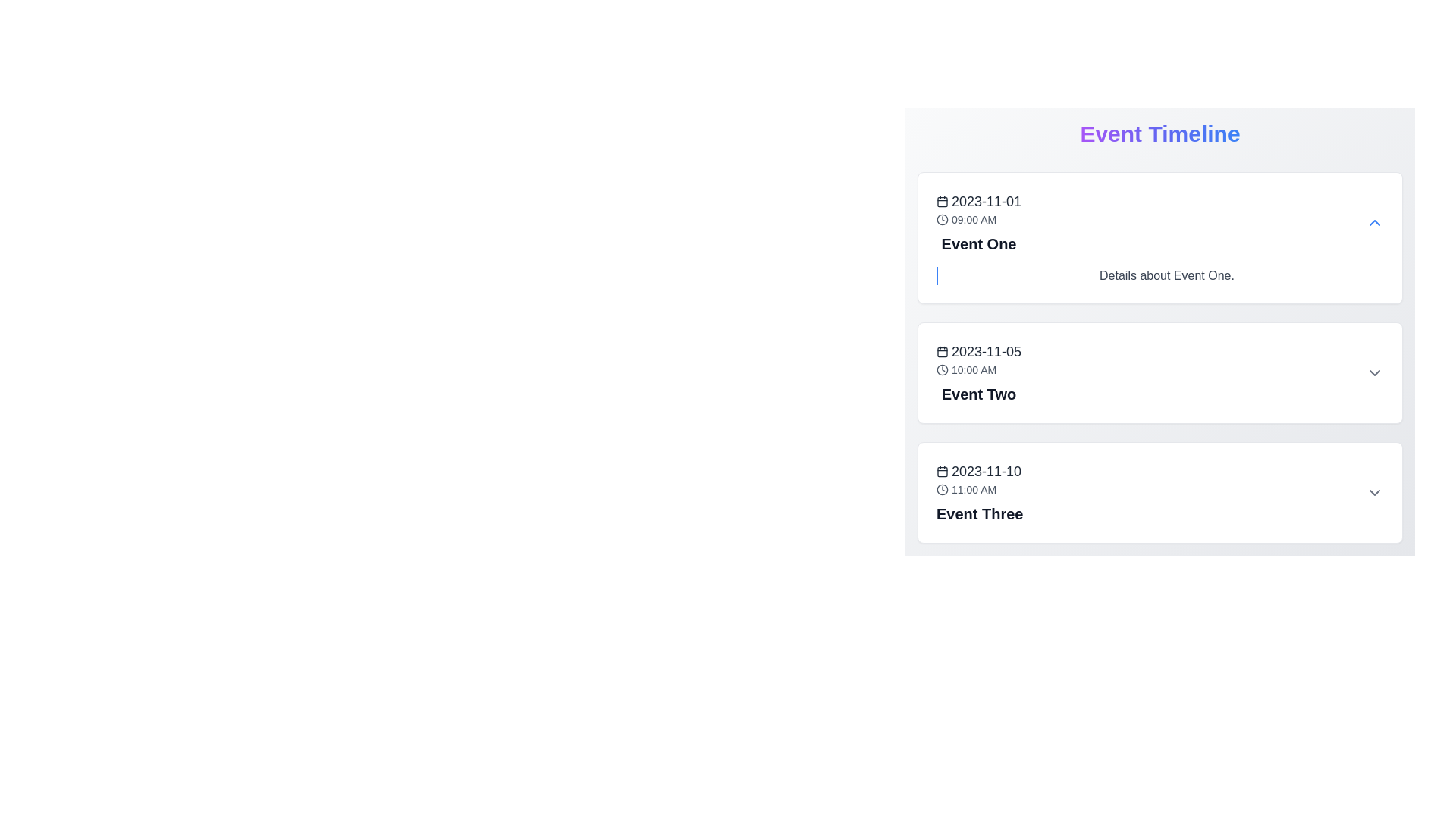  Describe the element at coordinates (980, 493) in the screenshot. I see `on the event entry labeled 'Event Three' which displays the date '2023-11-10' and time '11:00 AM' in the event timeline` at that location.